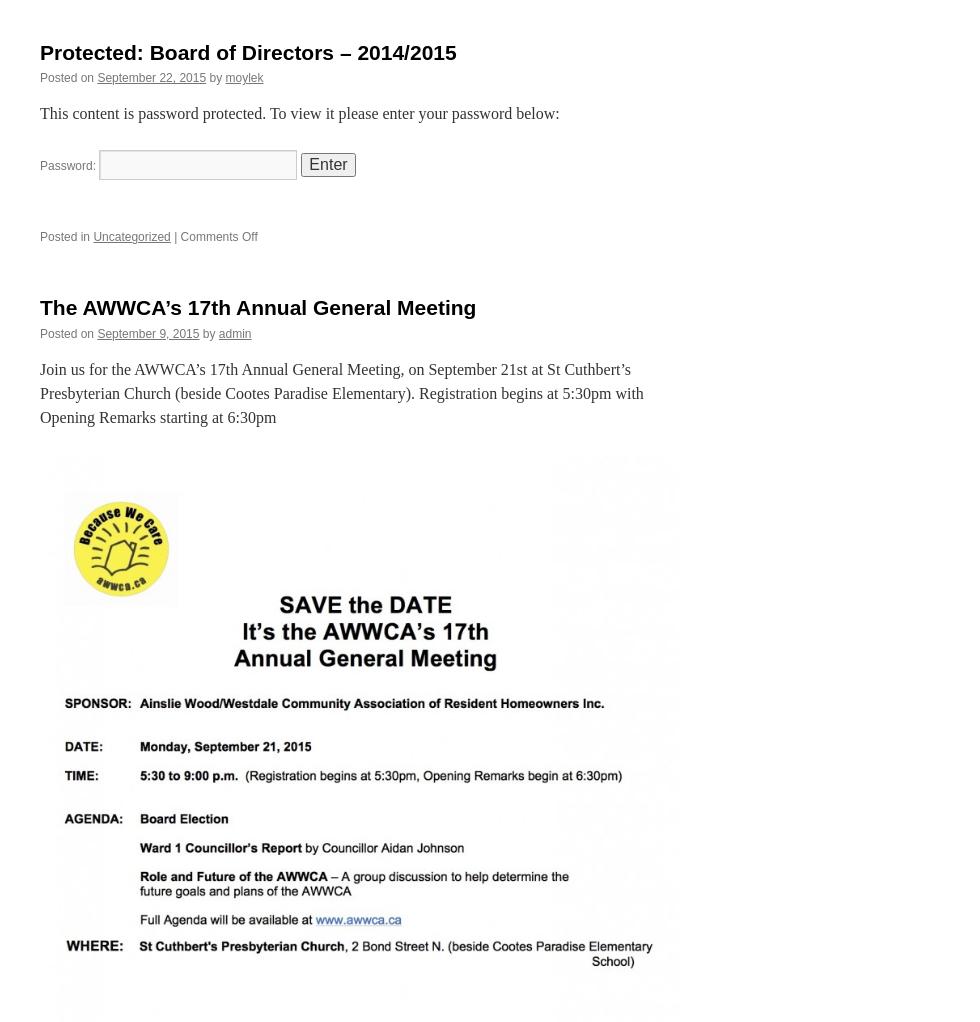 The height and width of the screenshot is (1022, 980). I want to click on 'Join us for the AWWCA’s 17th Annual General Meeting, on September 21st at St Cuthbert’s Presbyterian Church (beside Cootes Paradise Elementary). Registration begins at 5:30pm with Opening Remarks starting at 6:30pm', so click(341, 391).